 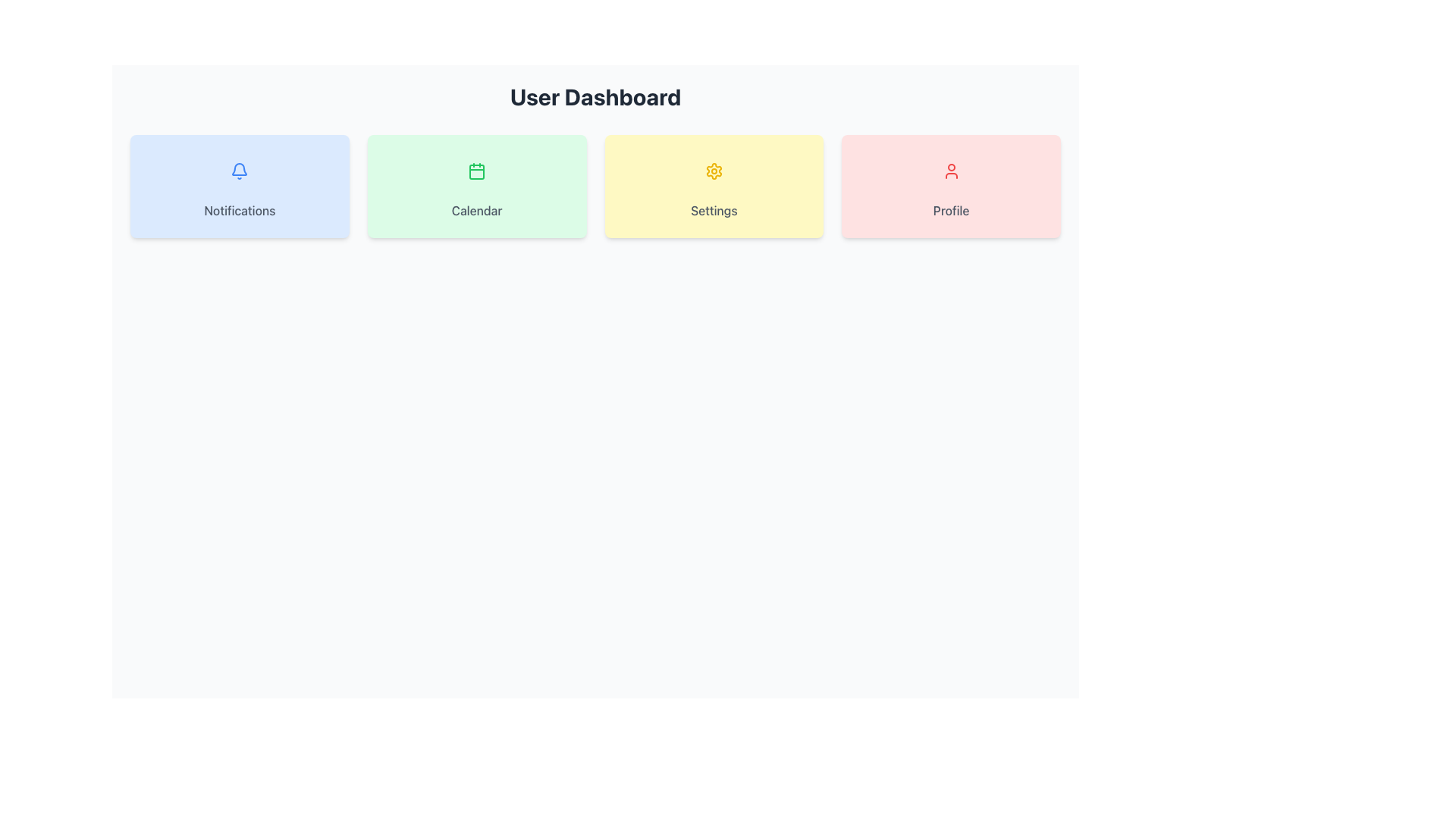 I want to click on the 'Profile' Icon located within the pink 'Profile' card, which is centrally aligned above the text label 'Profile', so click(x=950, y=171).